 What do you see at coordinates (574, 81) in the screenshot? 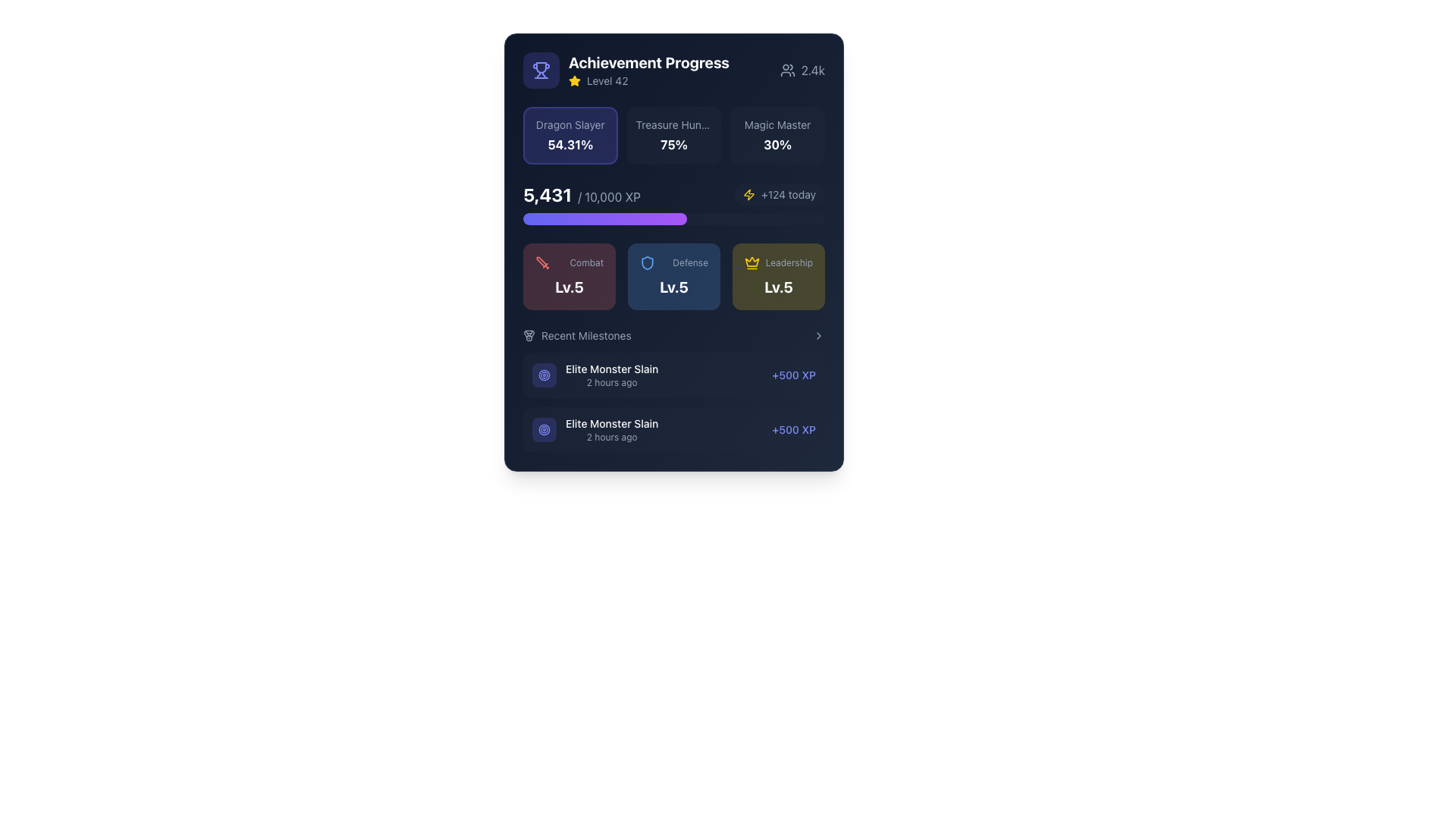
I see `the icon located to the left of the text 'Level 42' in the 'Achievement Progress' section, which serves as a visual indicator of level or status` at bounding box center [574, 81].